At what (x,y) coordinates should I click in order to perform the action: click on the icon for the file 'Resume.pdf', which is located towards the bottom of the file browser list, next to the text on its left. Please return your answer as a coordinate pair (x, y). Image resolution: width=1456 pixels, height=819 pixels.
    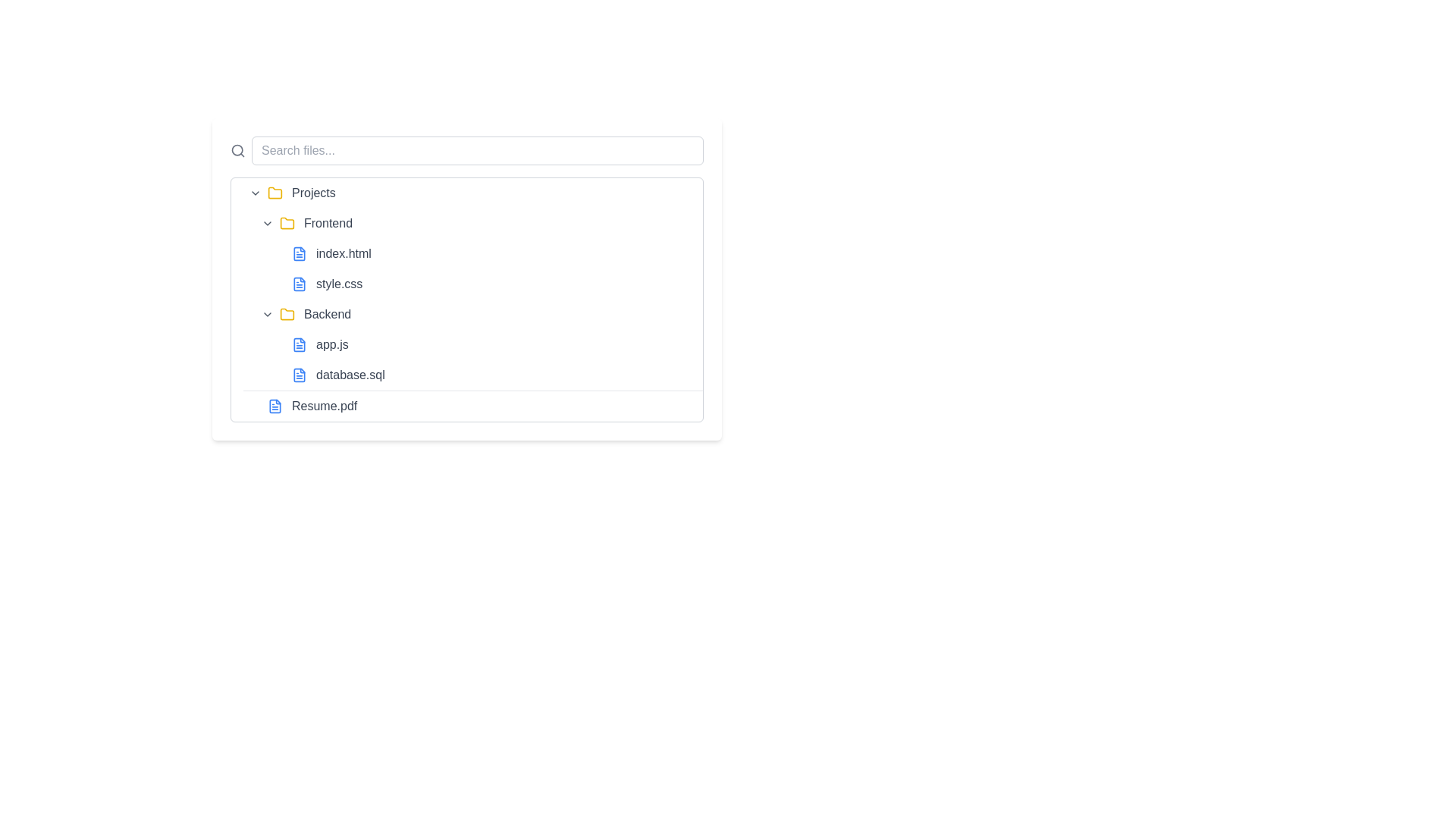
    Looking at the image, I should click on (275, 406).